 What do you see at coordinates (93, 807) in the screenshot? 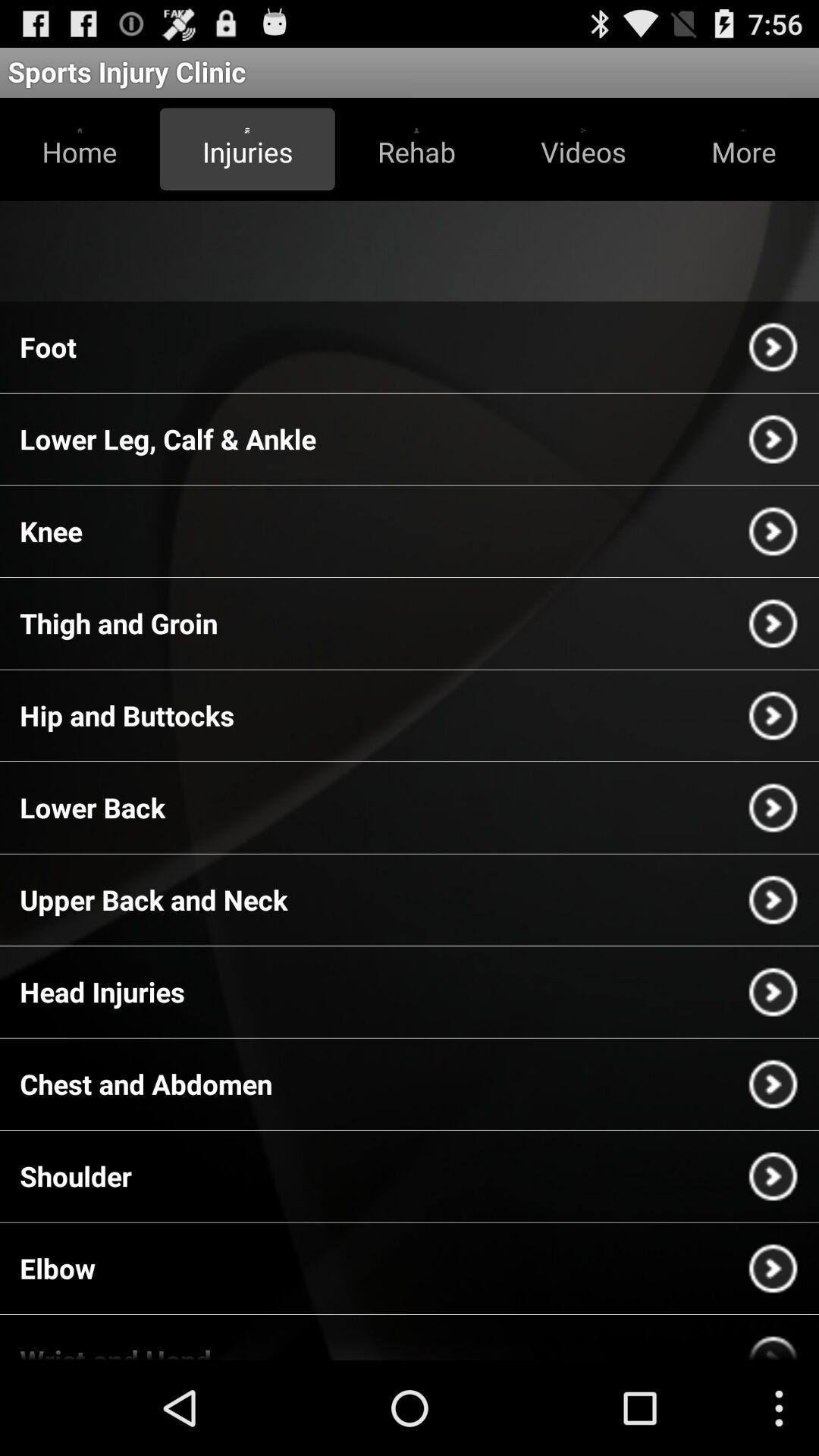
I see `the icon above upper back and app` at bounding box center [93, 807].